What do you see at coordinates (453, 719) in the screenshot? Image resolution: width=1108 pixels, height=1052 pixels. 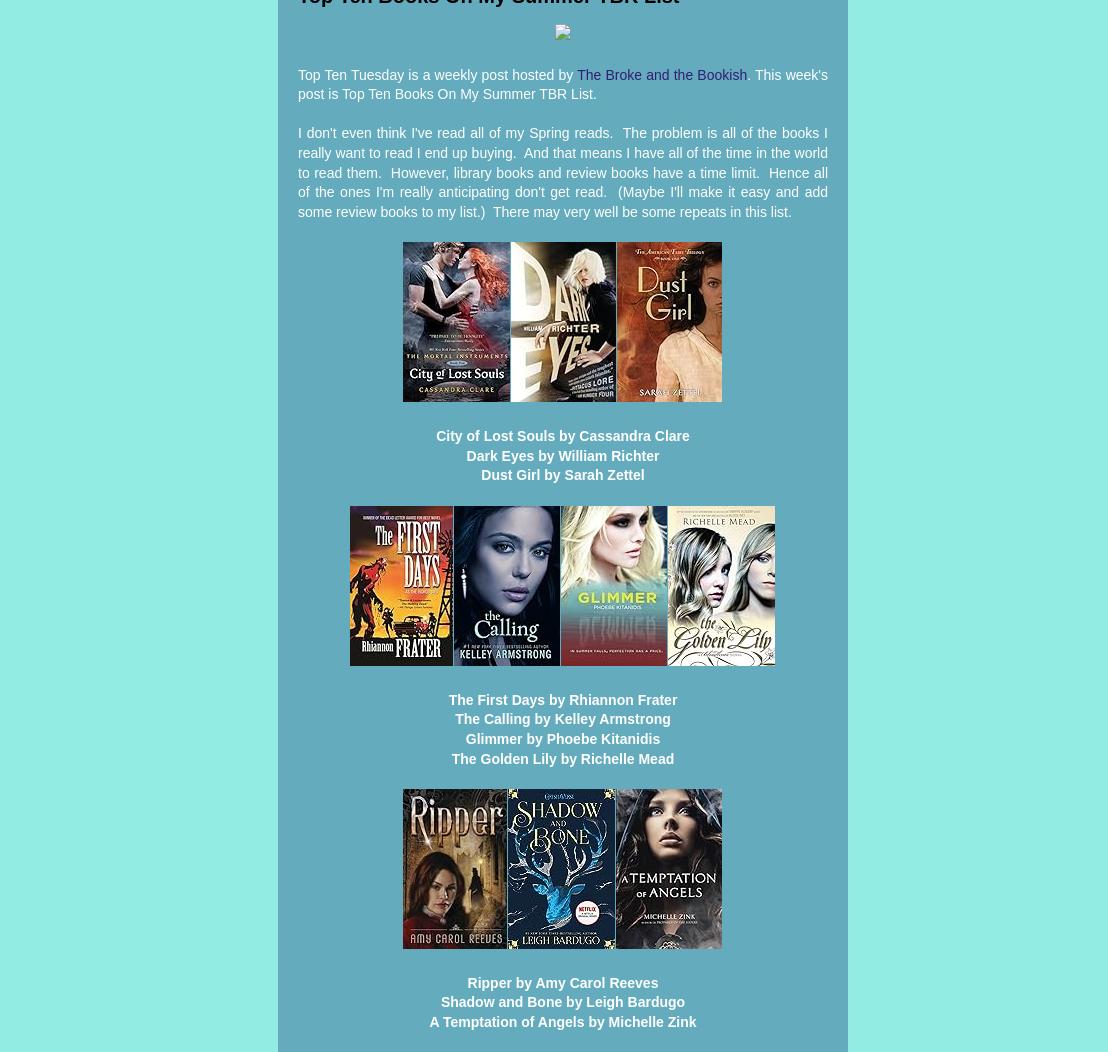 I see `'The Calling by Kelley Armstrong'` at bounding box center [453, 719].